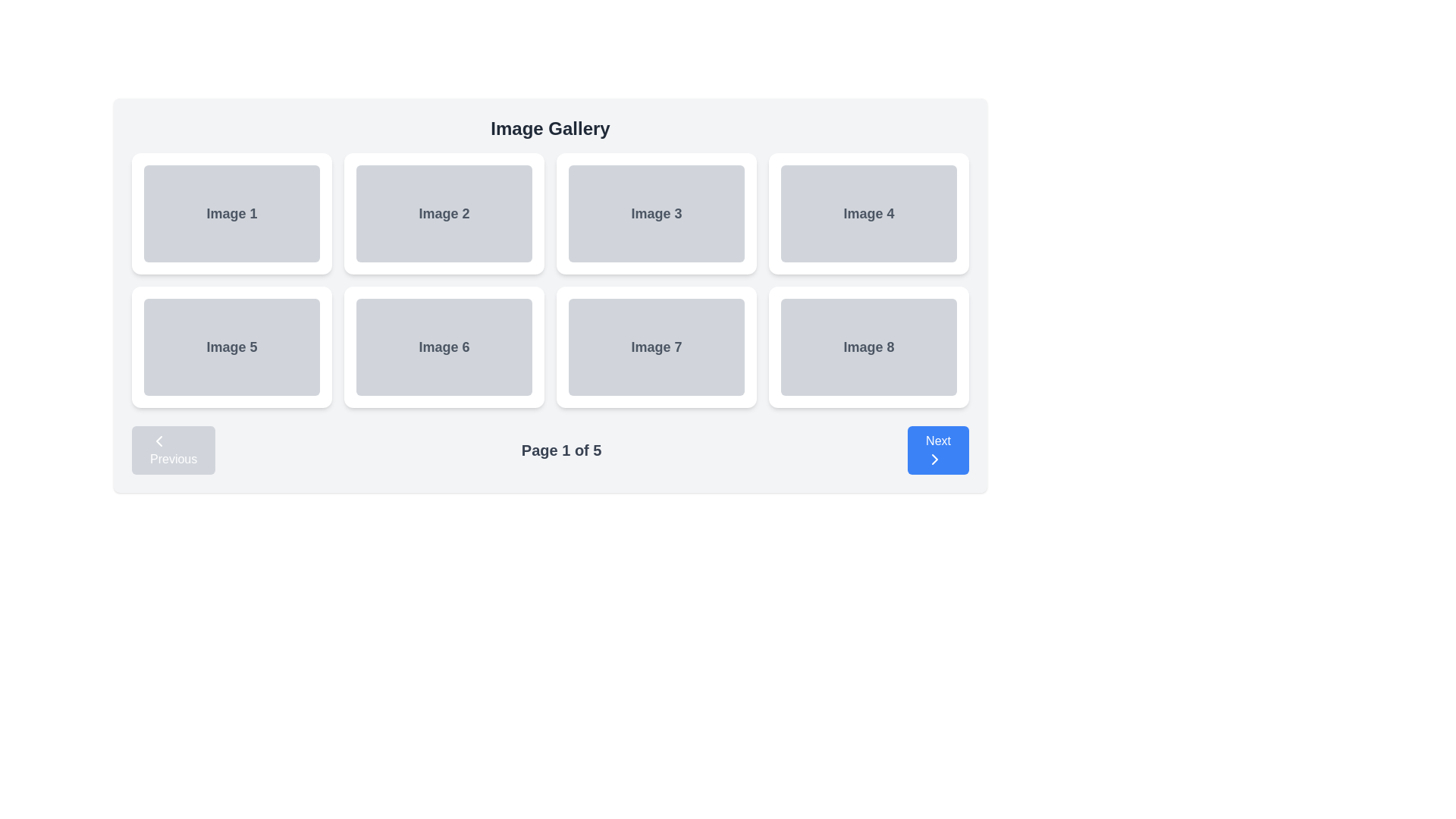  I want to click on the text label displaying 'Image 7' in a bold, large font style, located in the second row of the grid layout, to the left of 'Image 8', so click(656, 347).